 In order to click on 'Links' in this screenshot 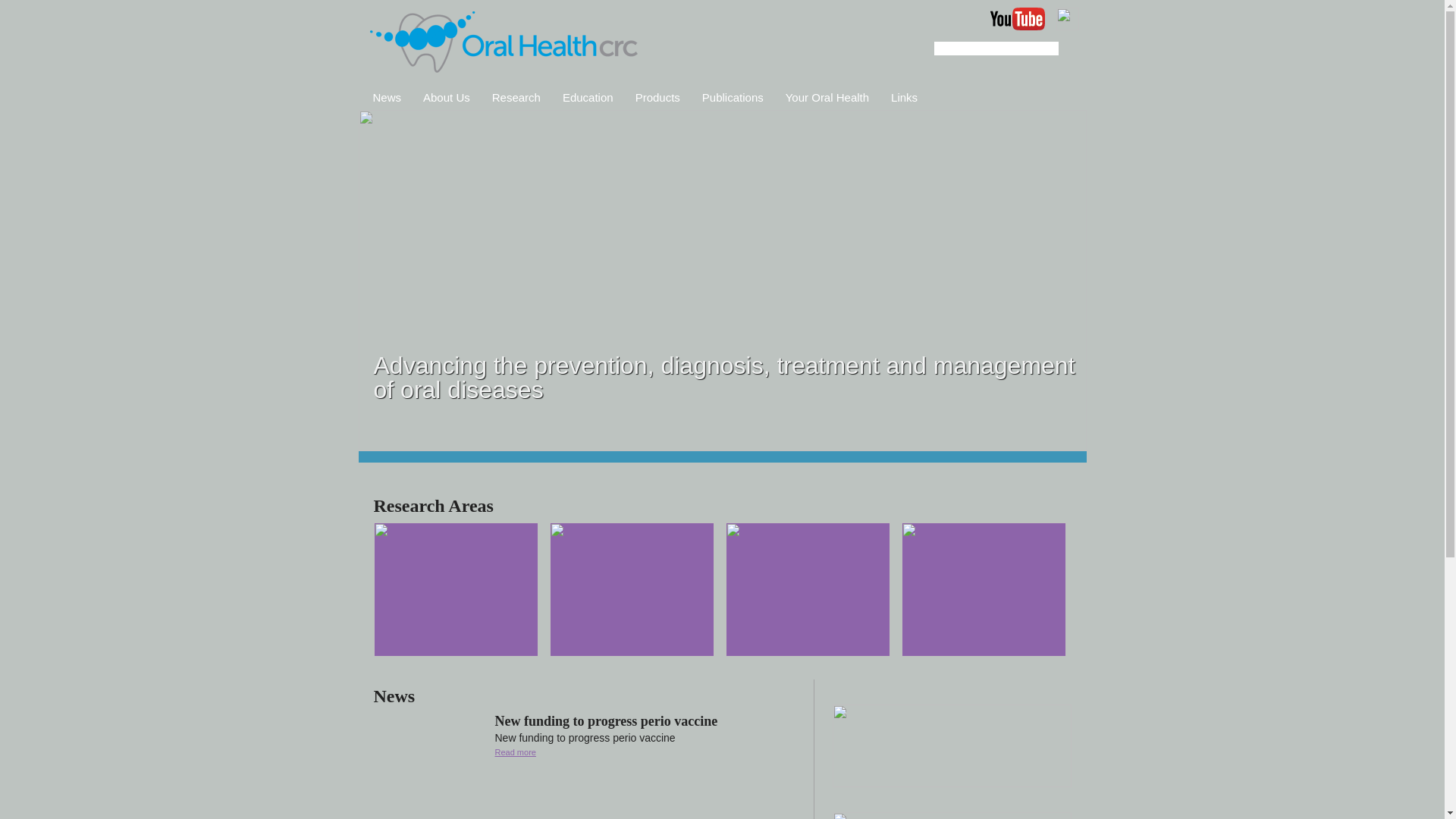, I will do `click(904, 96)`.